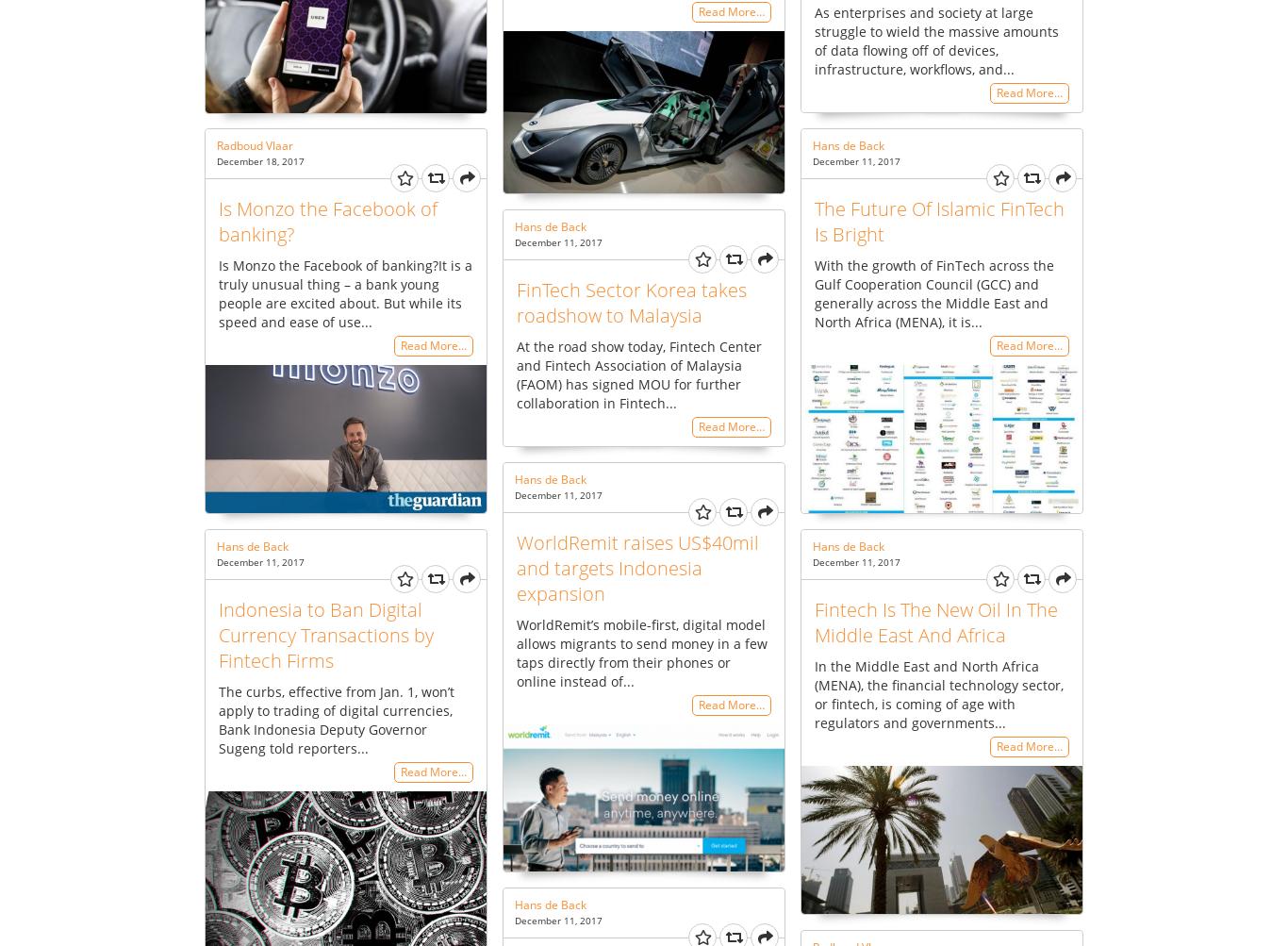 This screenshot has width=1288, height=946. What do you see at coordinates (218, 718) in the screenshot?
I see `'The curbs, effective from Jan. 1, won’t apply to trading of digital currencies, Bank Indonesia Deputy Governor Sugeng told reporters...'` at bounding box center [218, 718].